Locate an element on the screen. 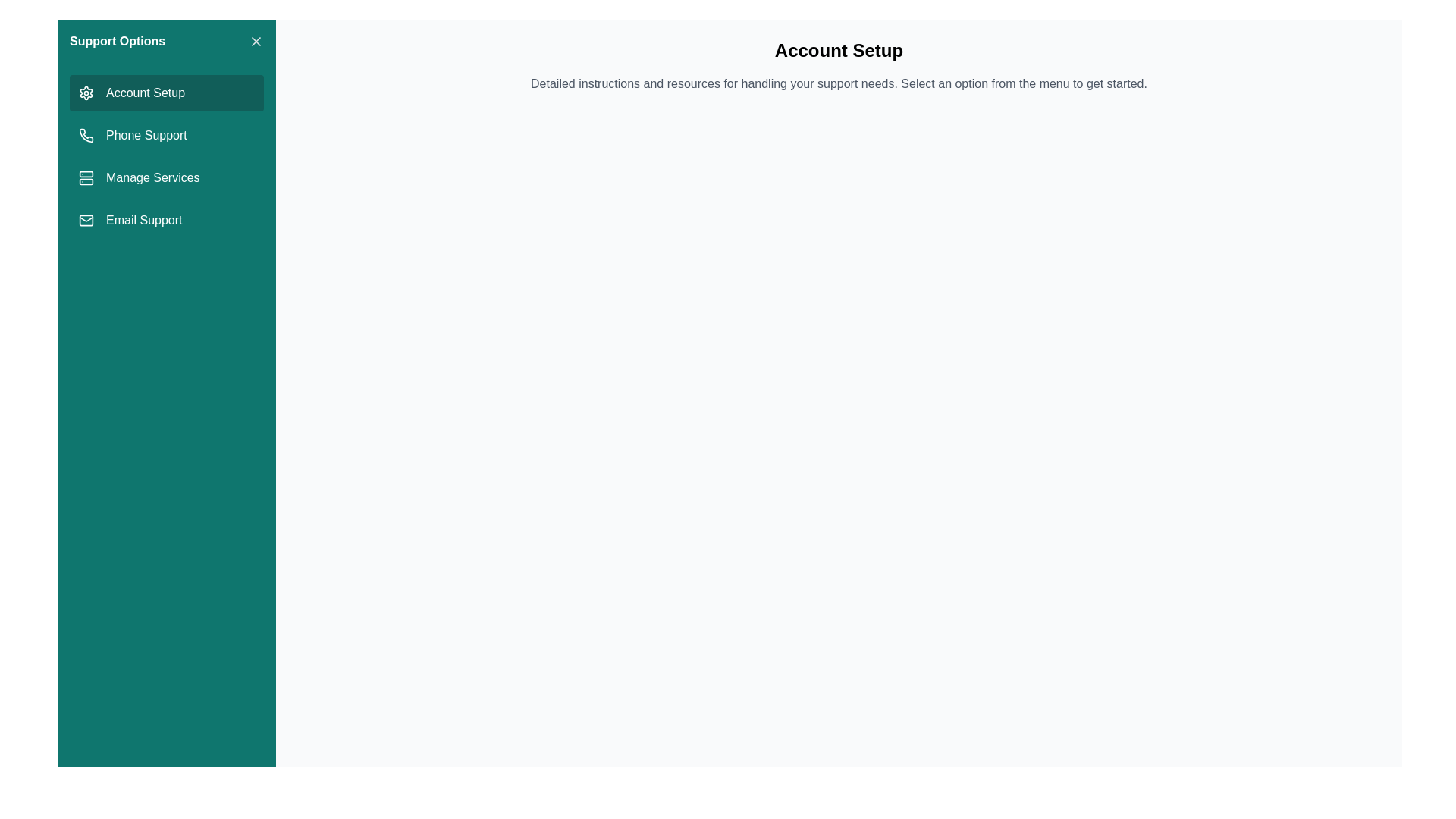  the 'Manage Services' button located in the left-hand sidebar menu, which is the third item in its list, positioned between 'Phone Support' and 'Email Support' is located at coordinates (167, 177).